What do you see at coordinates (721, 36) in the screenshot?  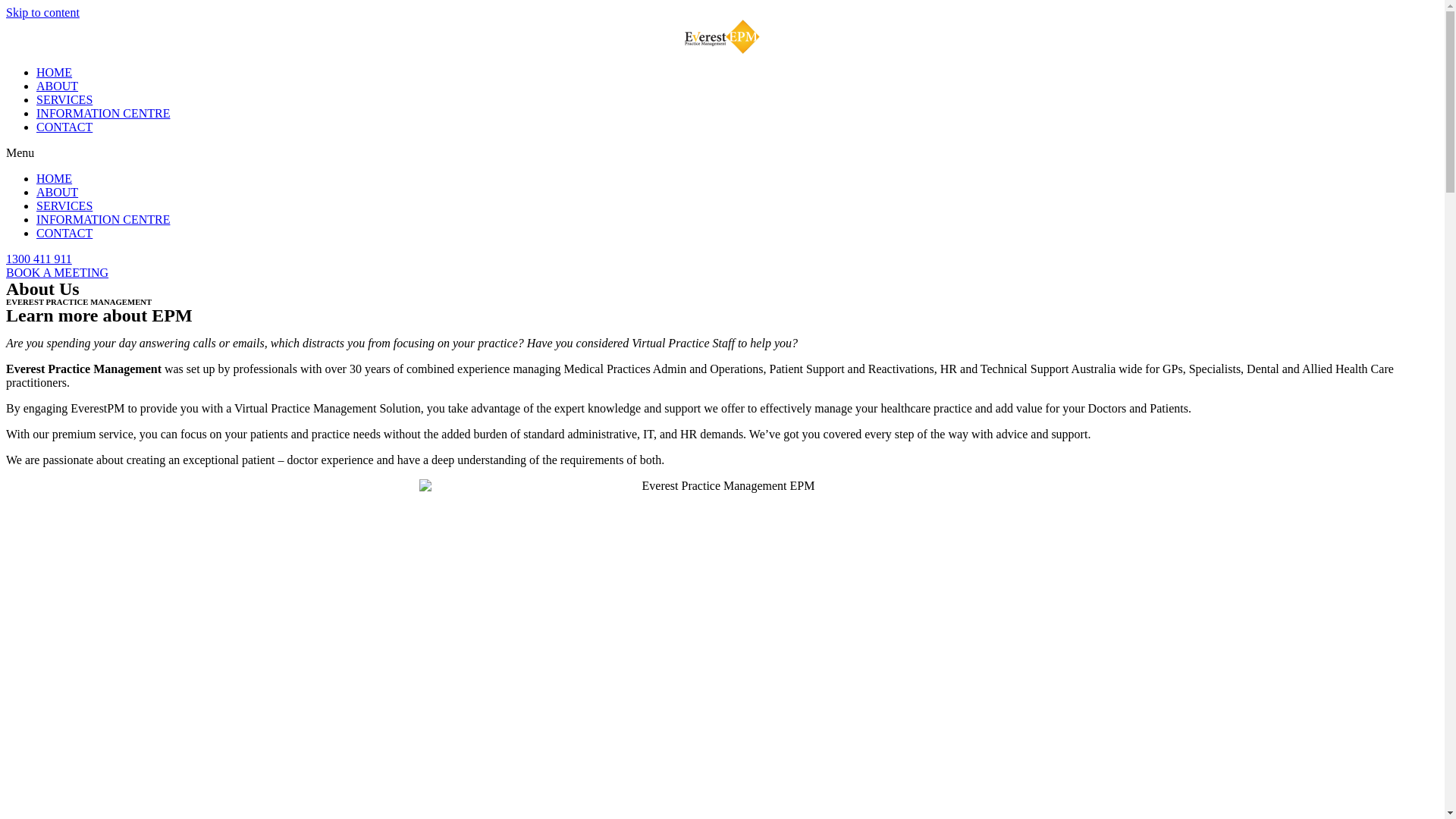 I see `'Virtual Medical Receptionist Everest PM Logo'` at bounding box center [721, 36].